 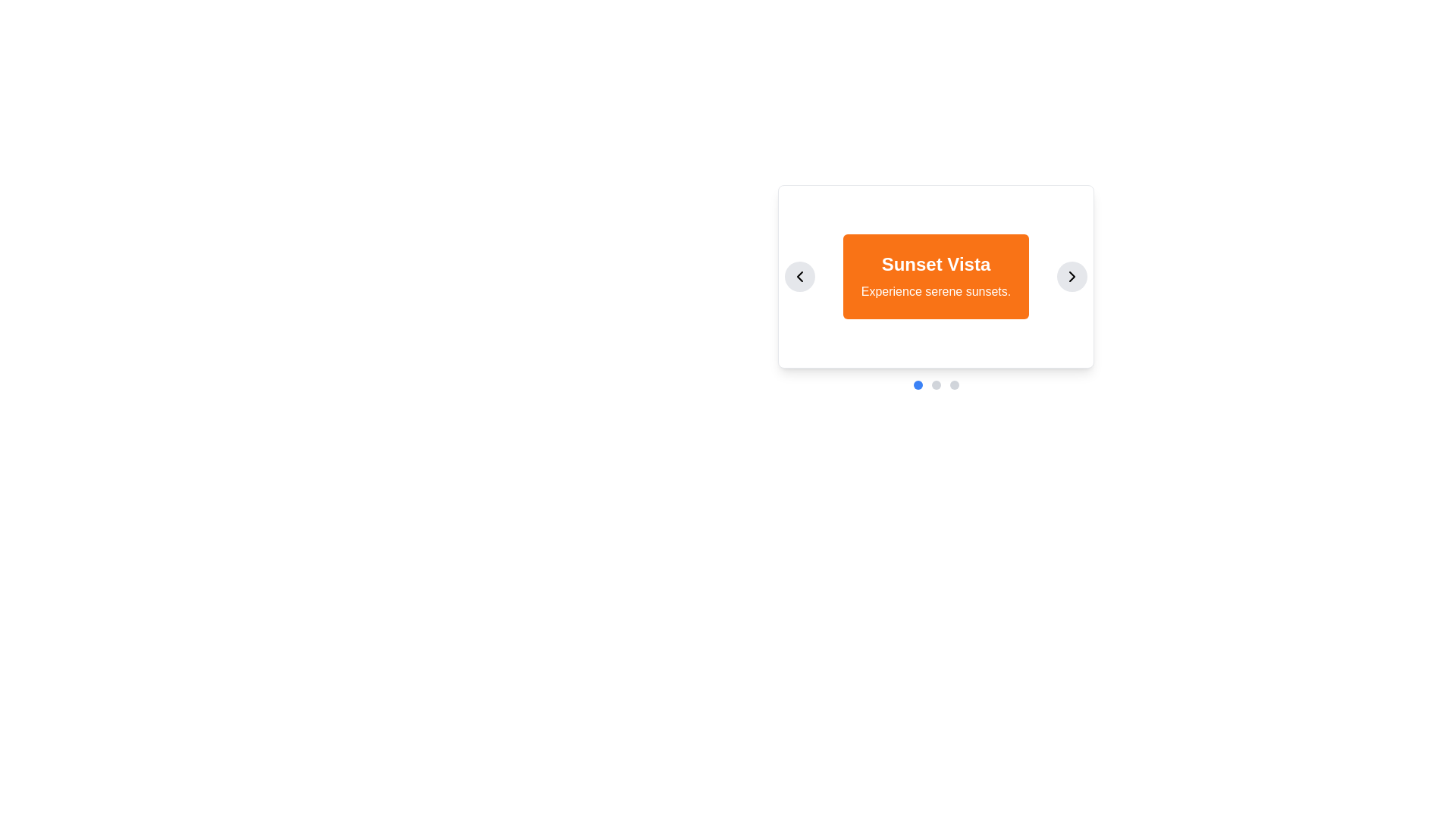 What do you see at coordinates (953, 384) in the screenshot?
I see `the third circular indicator button with a gray background located below the central content area` at bounding box center [953, 384].